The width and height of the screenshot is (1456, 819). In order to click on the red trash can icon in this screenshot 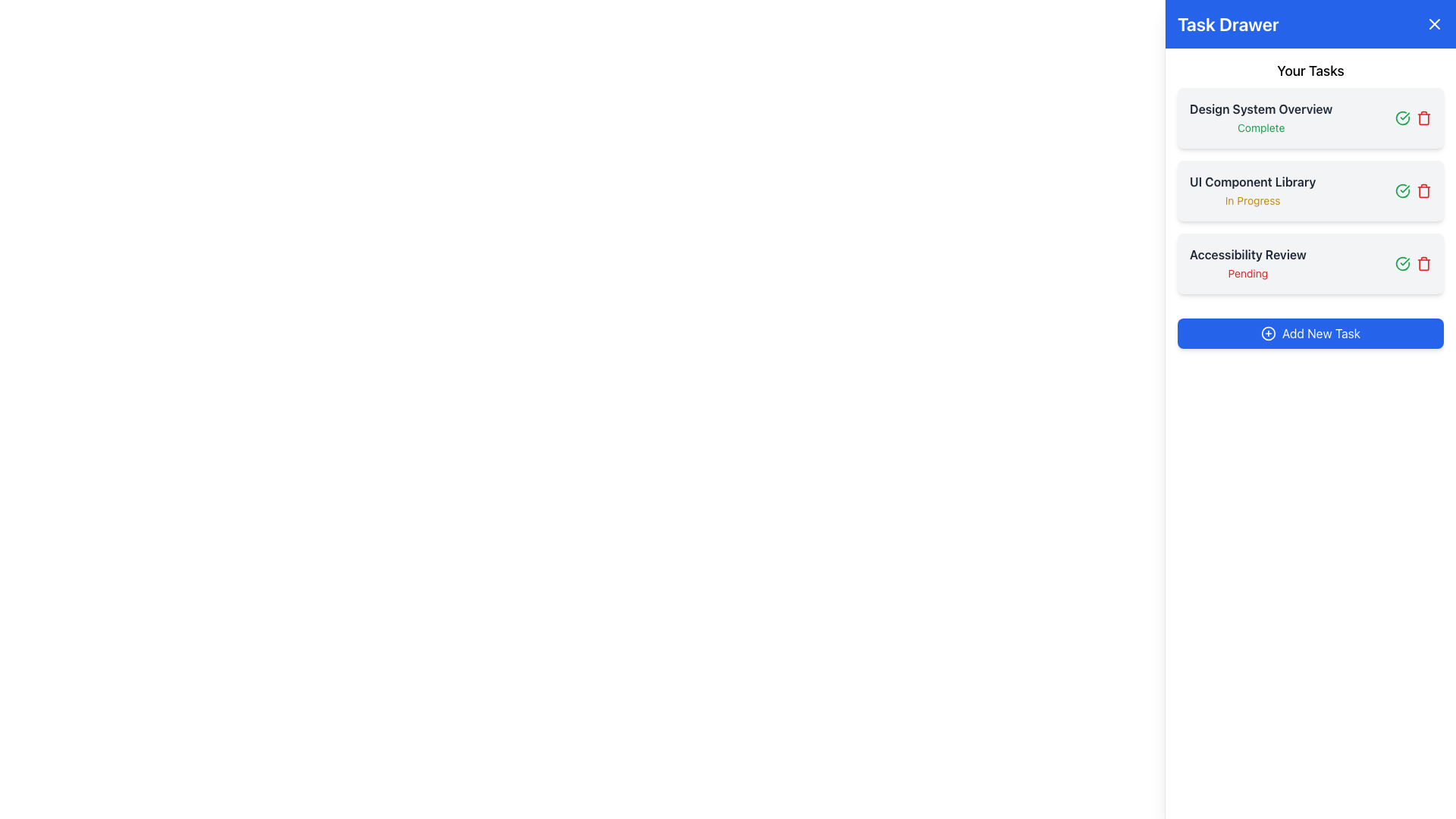, I will do `click(1423, 190)`.